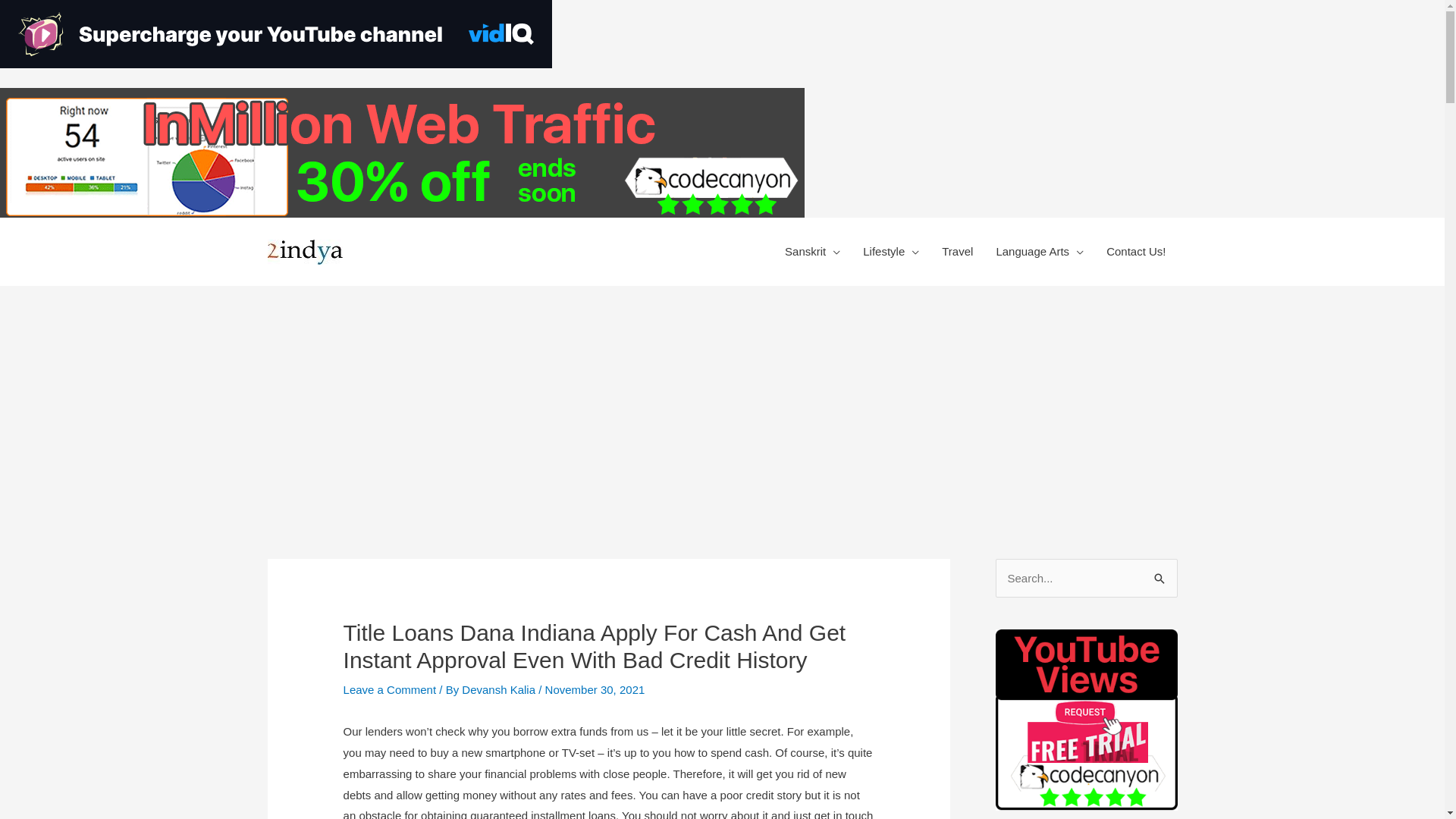 The width and height of the screenshot is (1456, 819). I want to click on 'Advertisement', so click(720, 399).